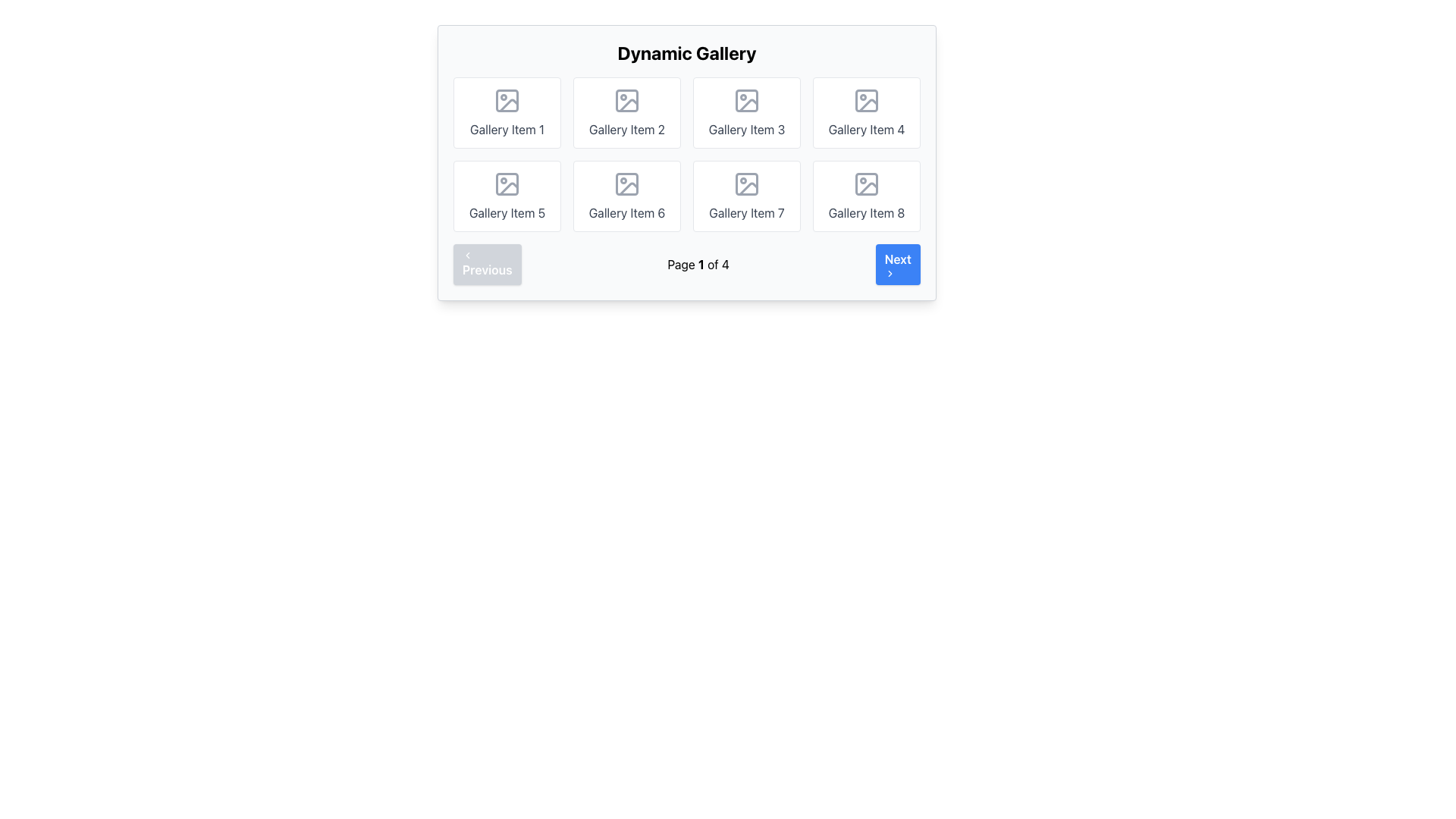  What do you see at coordinates (866, 184) in the screenshot?
I see `the Representative icon or placeholder within 'Gallery Item 8' that indicates an image upload or preview functionality` at bounding box center [866, 184].